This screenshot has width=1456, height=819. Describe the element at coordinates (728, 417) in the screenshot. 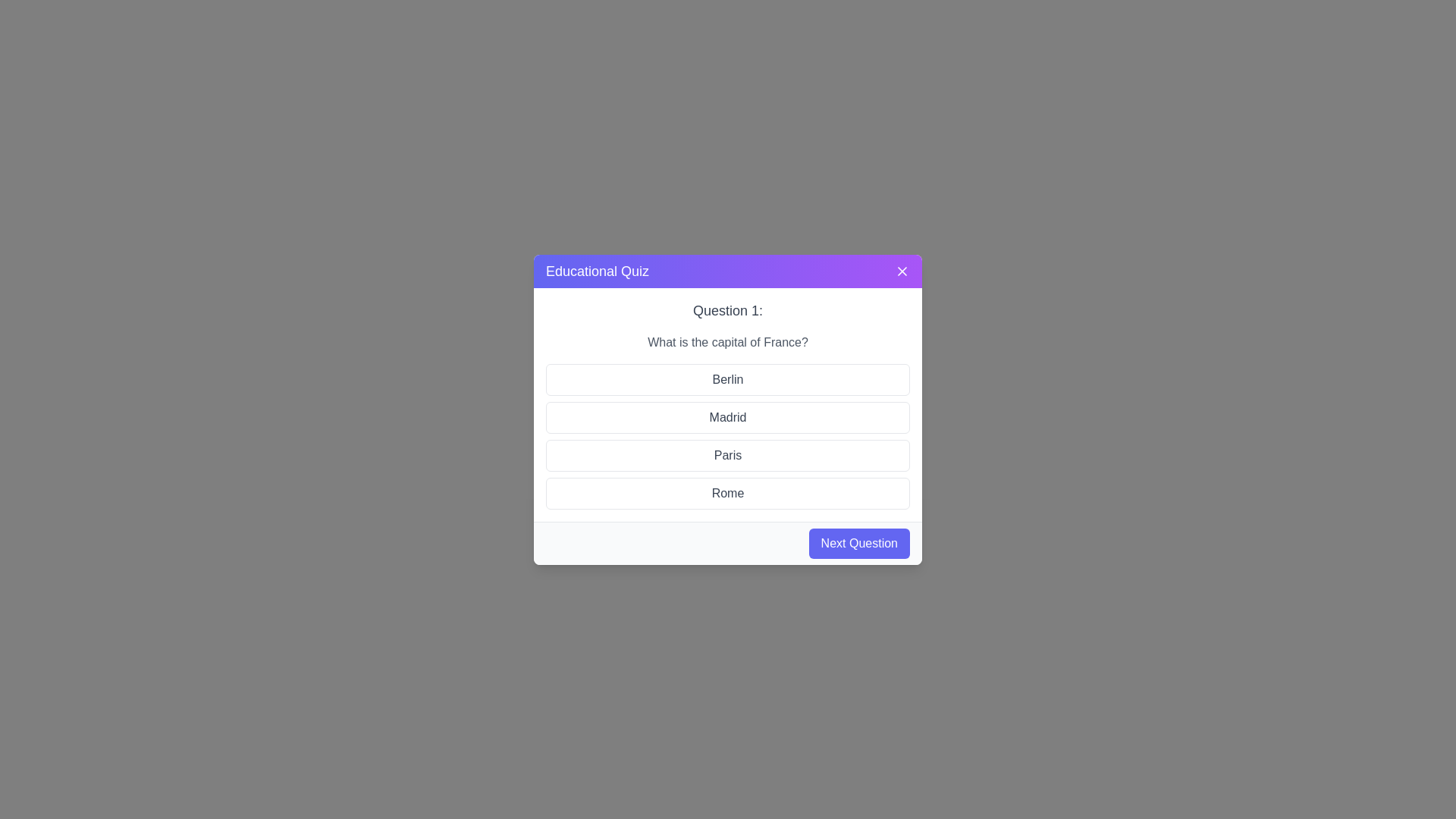

I see `the button labeled 'Madrid', which is the second of four vertically stacked buttons` at that location.